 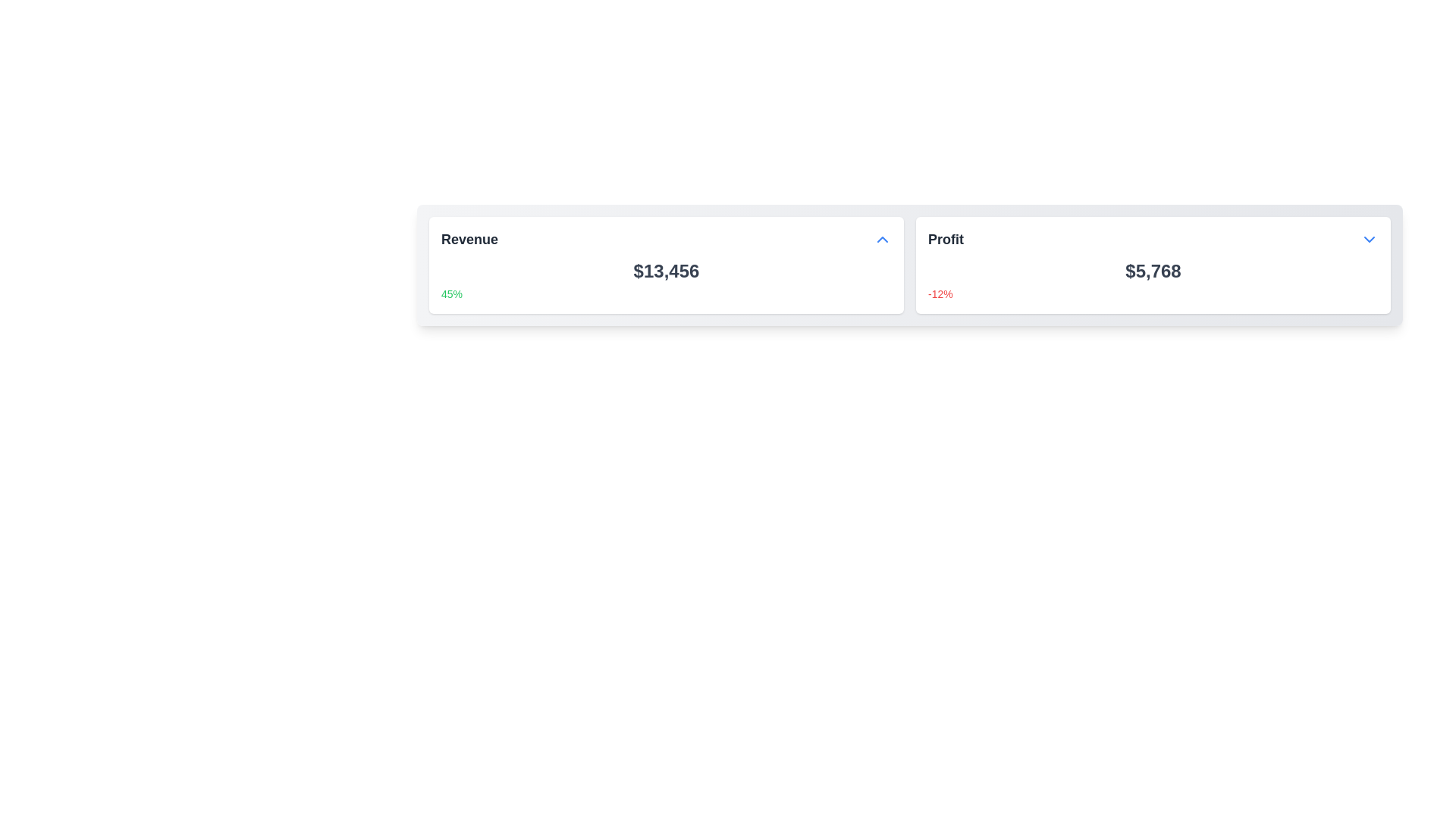 I want to click on the Static Text Display element that shows the numerical value '$5,768', located within a card below the title 'Profit' and above the percentage text '-12%', so click(x=1153, y=271).